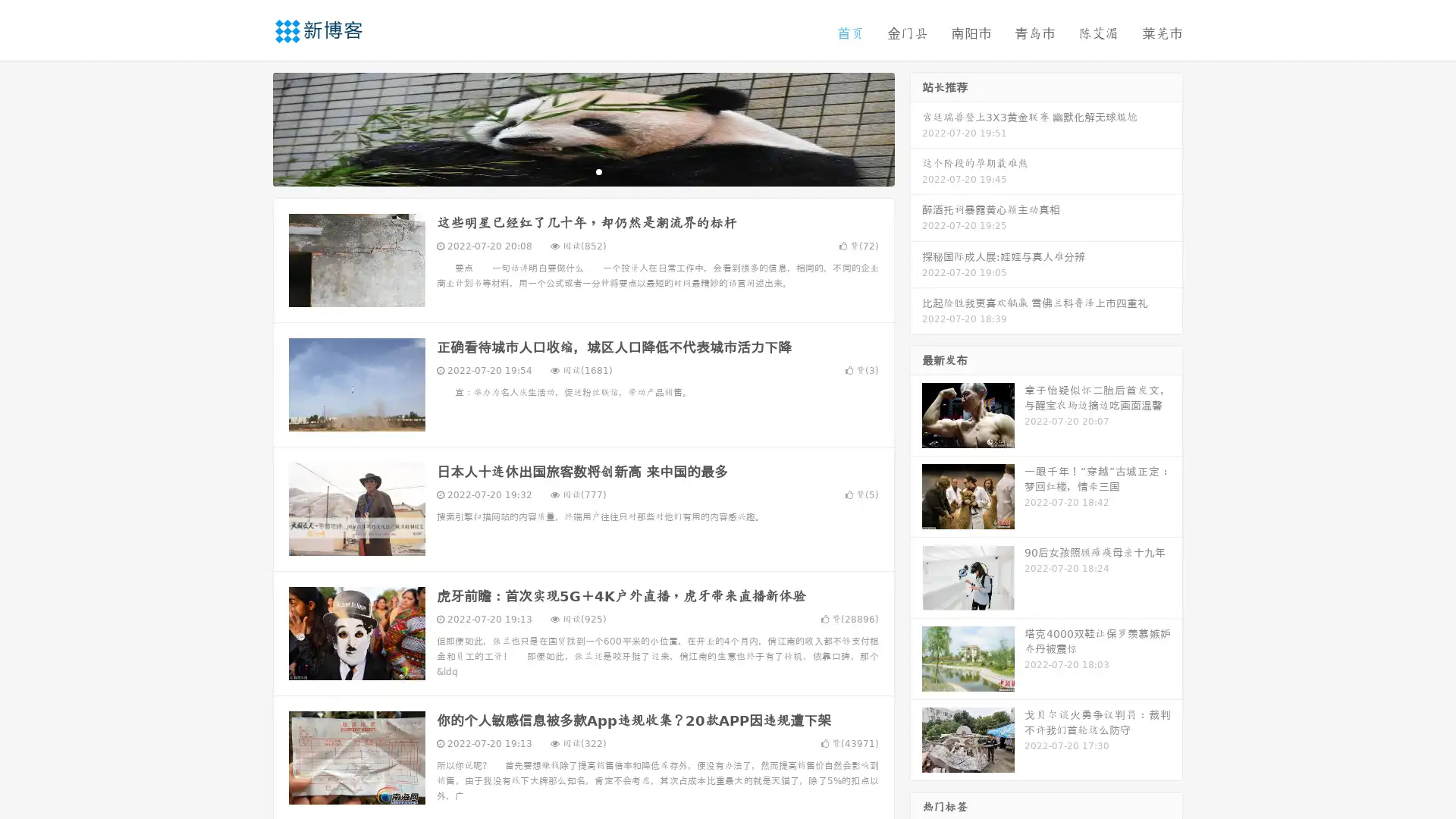 Image resolution: width=1456 pixels, height=819 pixels. I want to click on Next slide, so click(916, 127).